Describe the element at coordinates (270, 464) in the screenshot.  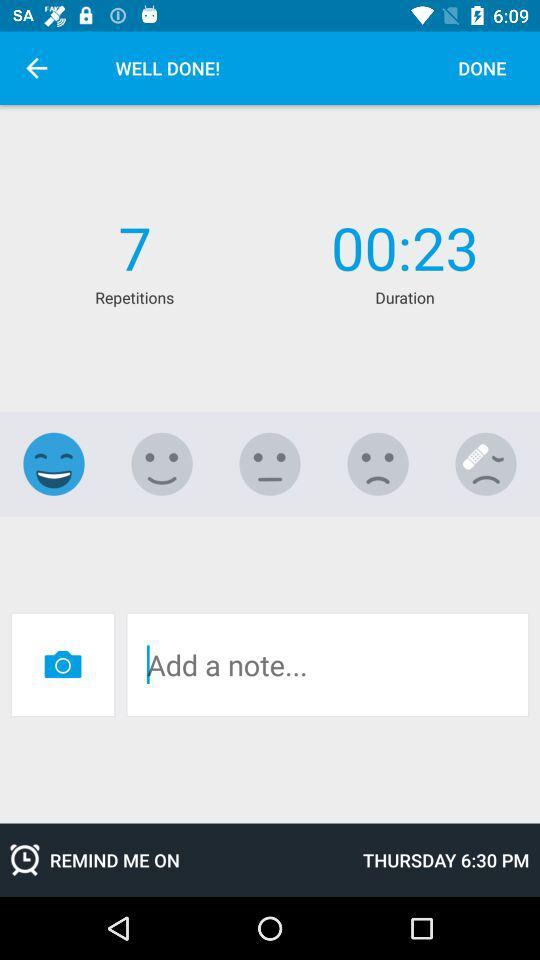
I see `emogi` at that location.